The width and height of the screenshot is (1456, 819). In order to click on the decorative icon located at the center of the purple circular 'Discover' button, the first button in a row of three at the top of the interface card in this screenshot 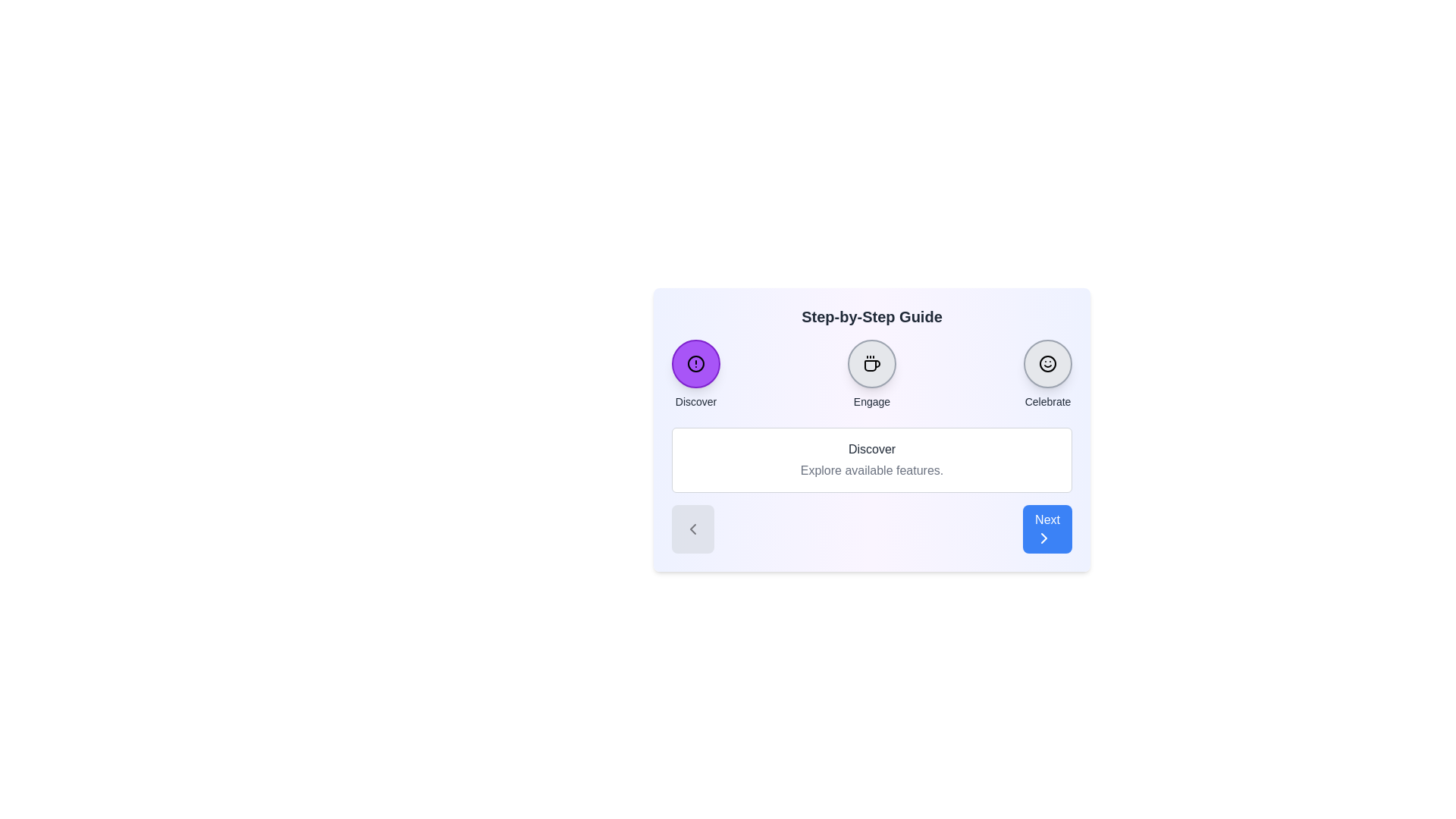, I will do `click(695, 363)`.